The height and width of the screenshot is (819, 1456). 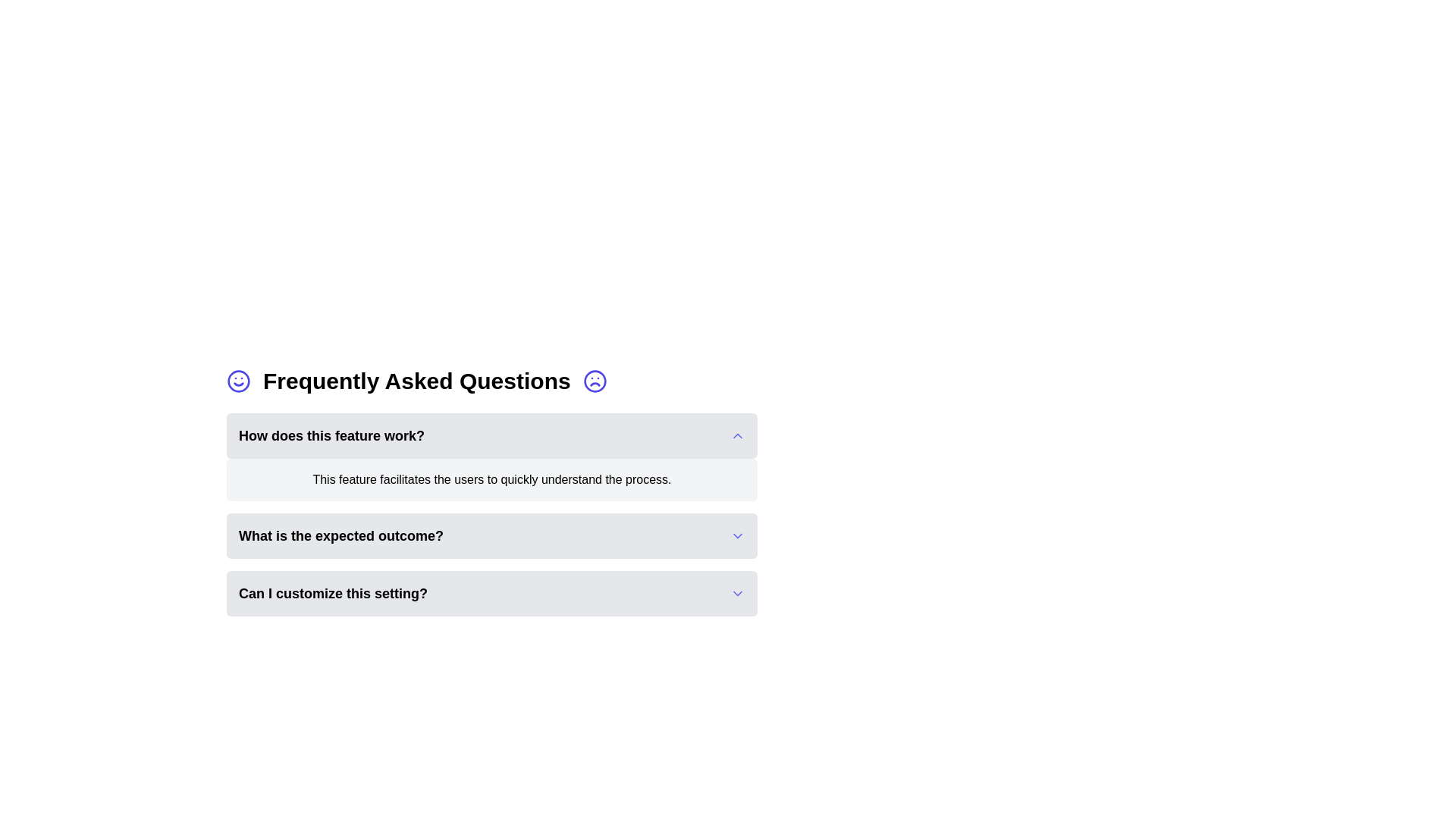 What do you see at coordinates (594, 380) in the screenshot?
I see `the sad expression icon located to the right of the 'Frequently Asked Questions' text, which is the second icon in a horizontal arrangement` at bounding box center [594, 380].